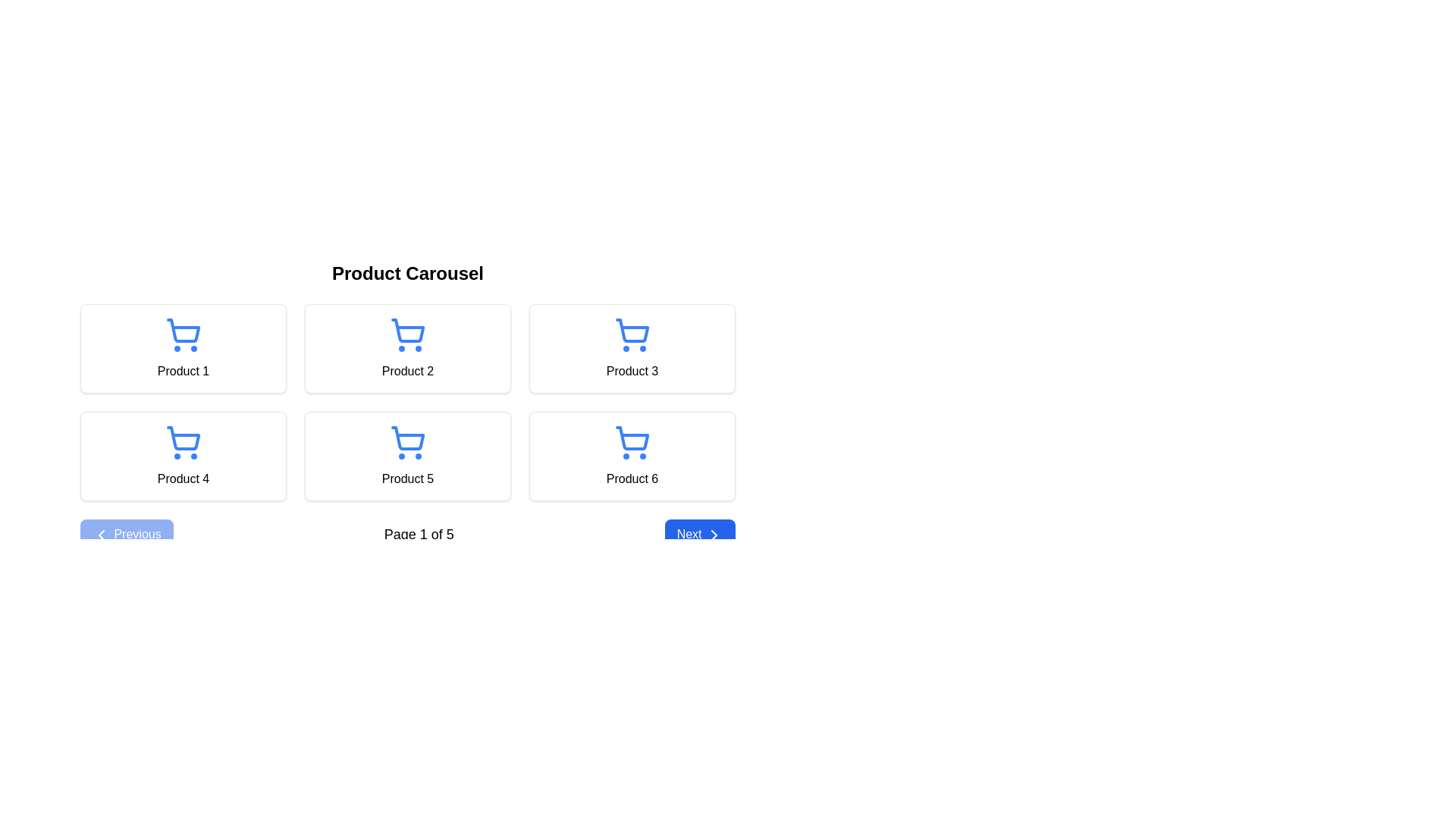  Describe the element at coordinates (182, 455) in the screenshot. I see `the card component representing 'Product 4' which is located in the second row and first column of the grid layout` at that location.